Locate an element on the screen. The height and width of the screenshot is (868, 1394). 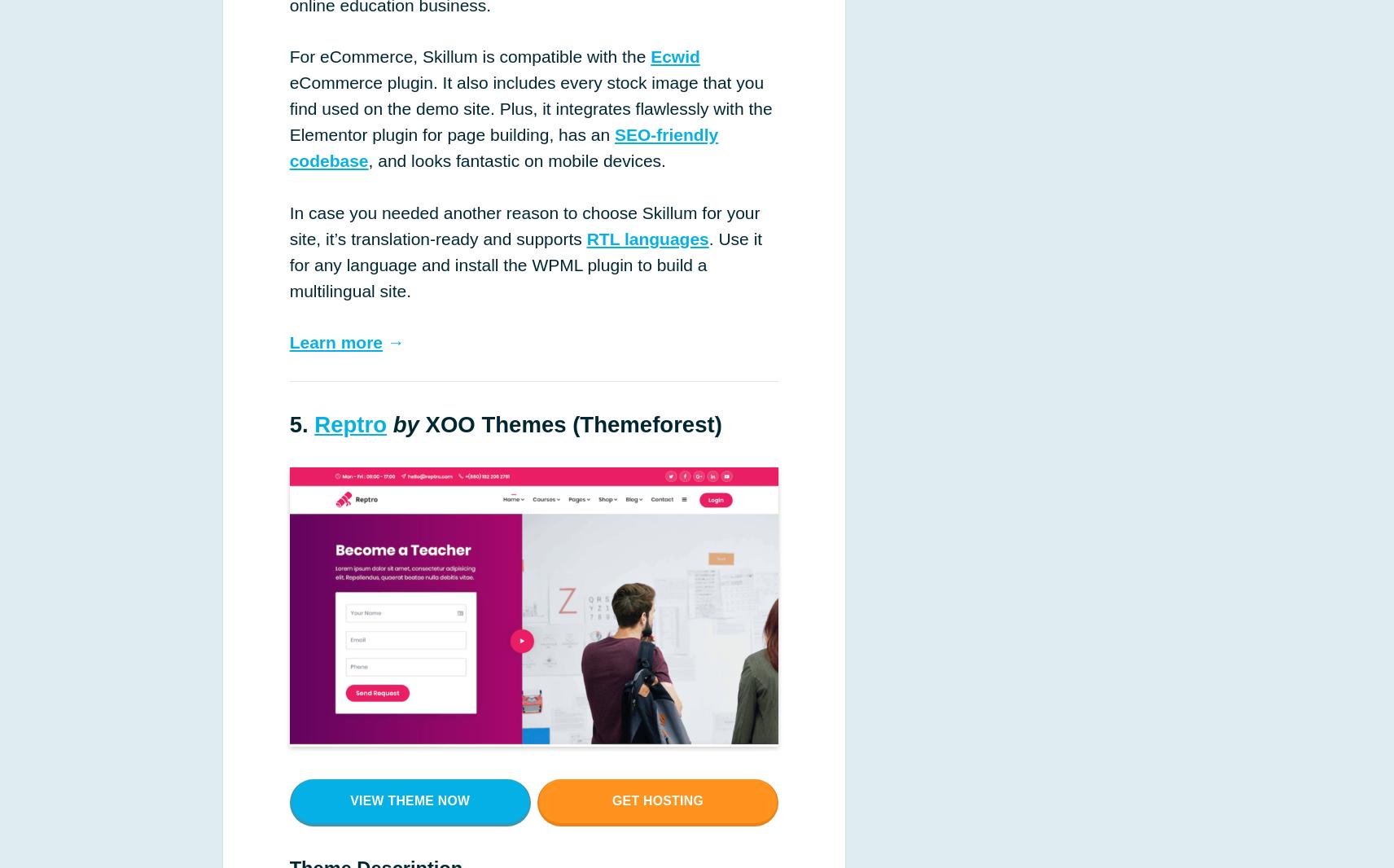
'RTL languages' is located at coordinates (647, 238).